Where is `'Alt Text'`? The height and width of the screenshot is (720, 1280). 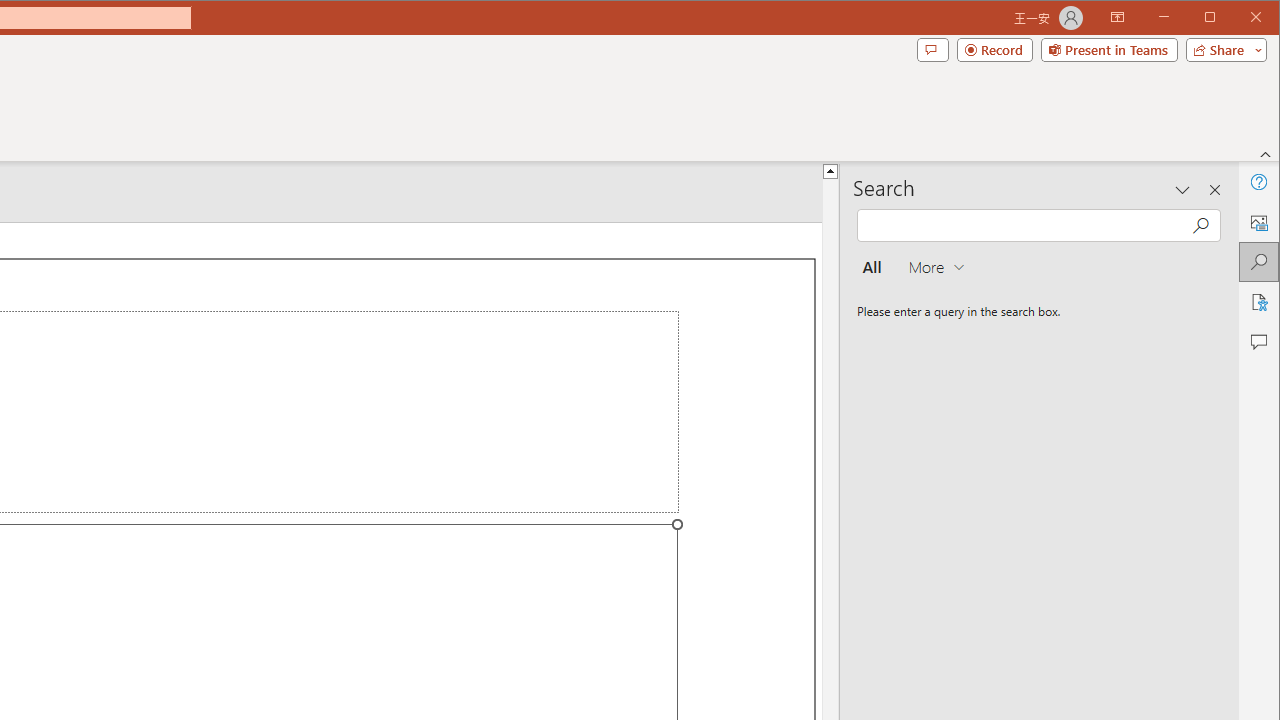
'Alt Text' is located at coordinates (1257, 222).